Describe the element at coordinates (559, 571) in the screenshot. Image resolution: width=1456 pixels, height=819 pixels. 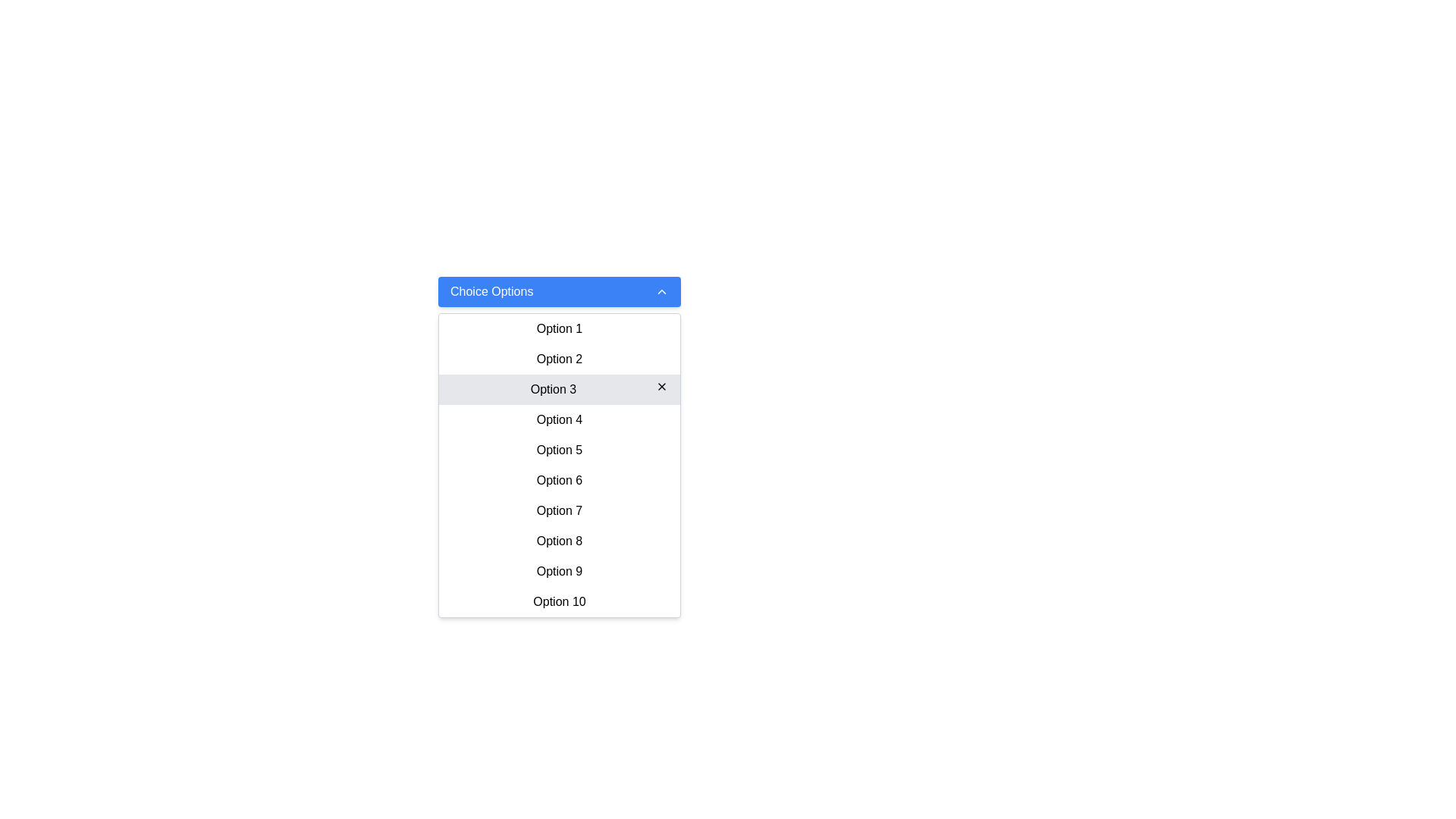
I see `the selectable list item for 'Option 9' in the dropdown menu using keyboard navigation` at that location.